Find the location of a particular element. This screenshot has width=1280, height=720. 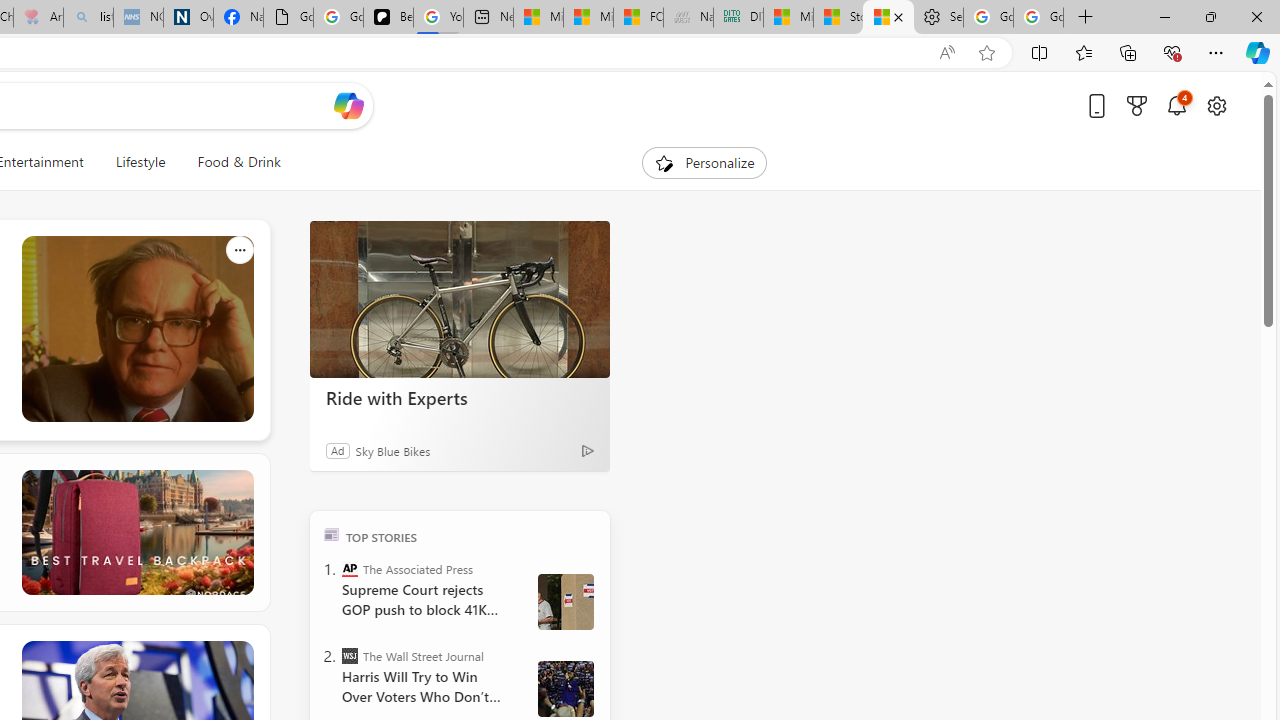

'The Wall Street Journal' is located at coordinates (350, 655).